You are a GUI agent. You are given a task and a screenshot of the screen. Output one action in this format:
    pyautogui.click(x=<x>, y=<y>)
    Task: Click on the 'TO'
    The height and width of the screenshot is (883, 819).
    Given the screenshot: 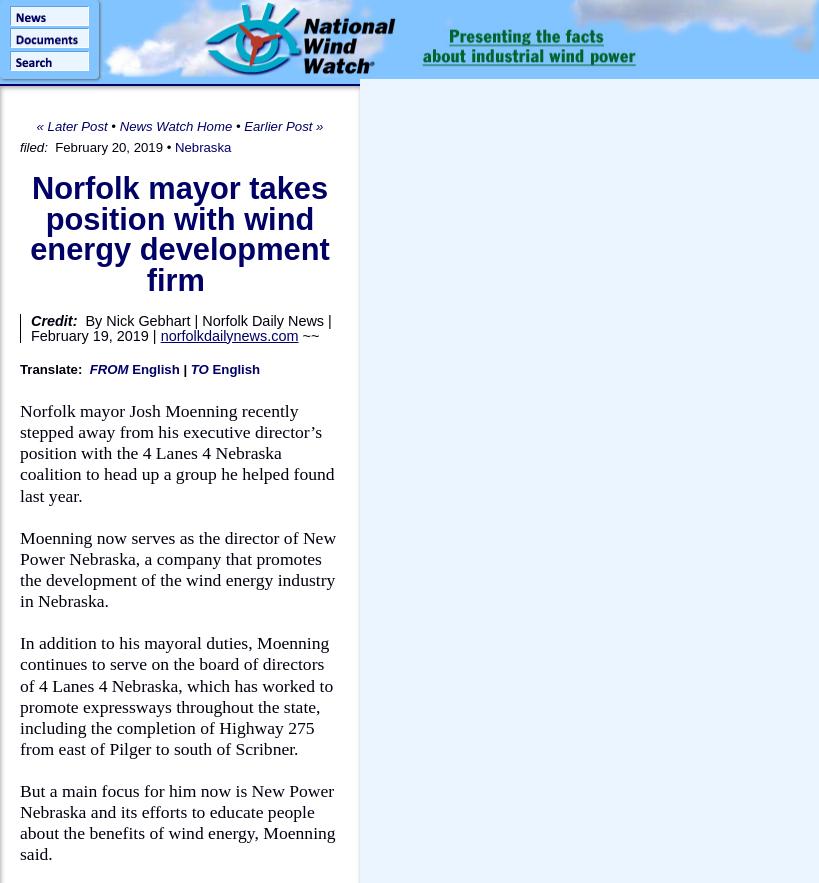 What is the action you would take?
    pyautogui.click(x=190, y=368)
    